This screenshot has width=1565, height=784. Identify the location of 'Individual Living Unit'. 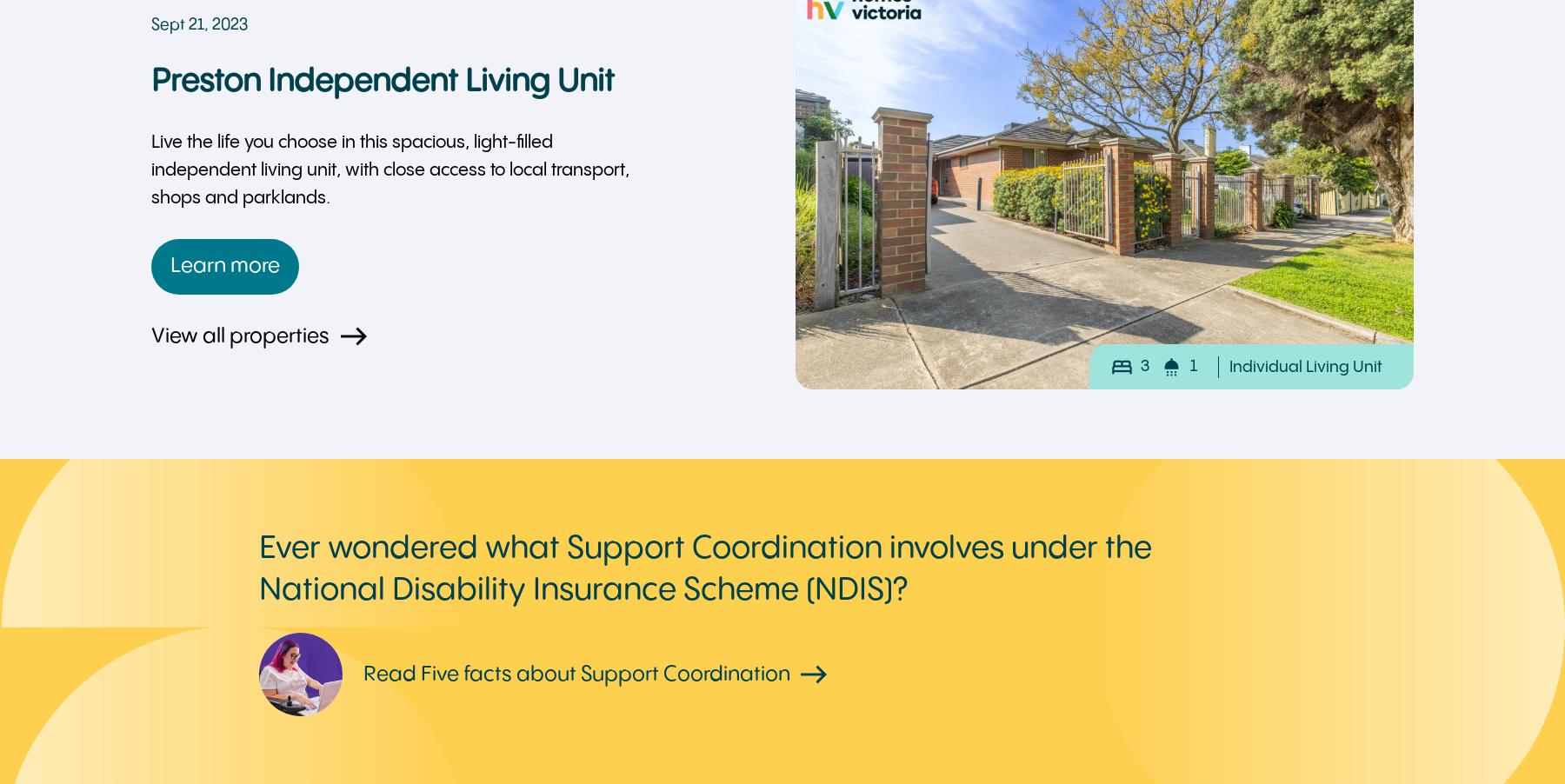
(1229, 366).